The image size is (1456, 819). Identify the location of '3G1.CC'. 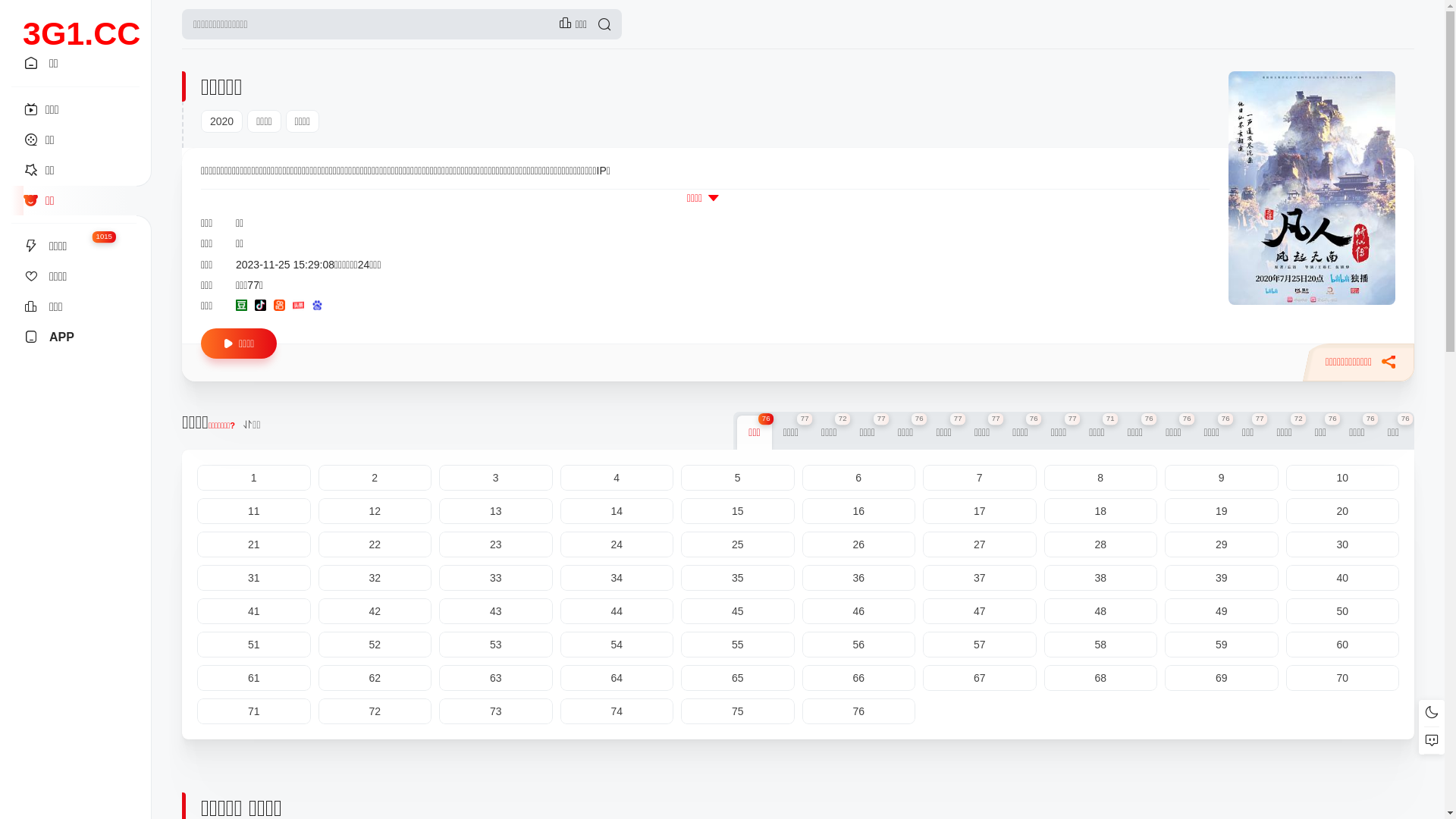
(80, 17).